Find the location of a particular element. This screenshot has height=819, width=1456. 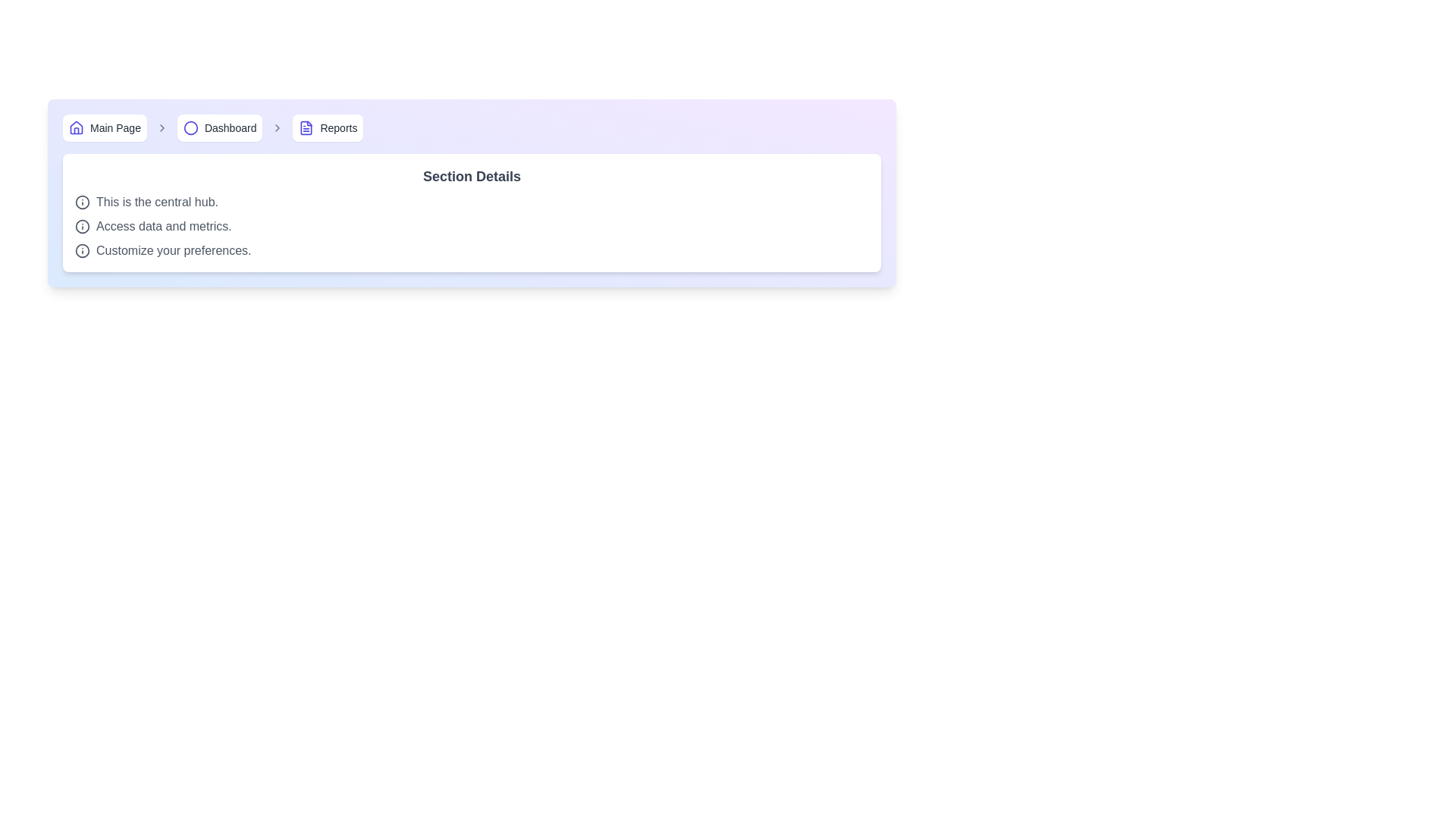

the circular information icon with an 'i' symbol, located to the far left of the text 'This is the central hub.' is located at coordinates (82, 201).